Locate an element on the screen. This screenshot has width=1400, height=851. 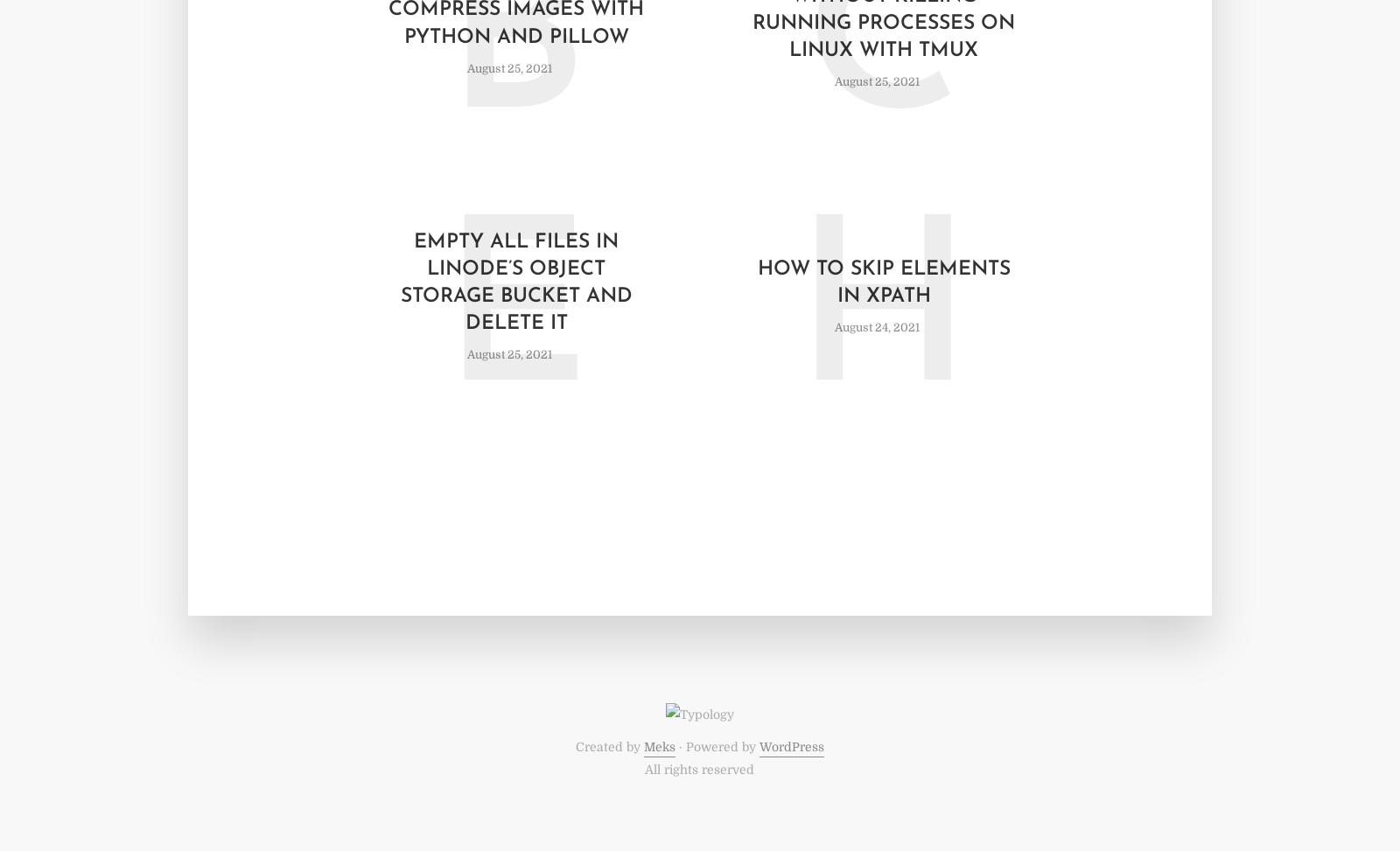
'H' is located at coordinates (793, 321).